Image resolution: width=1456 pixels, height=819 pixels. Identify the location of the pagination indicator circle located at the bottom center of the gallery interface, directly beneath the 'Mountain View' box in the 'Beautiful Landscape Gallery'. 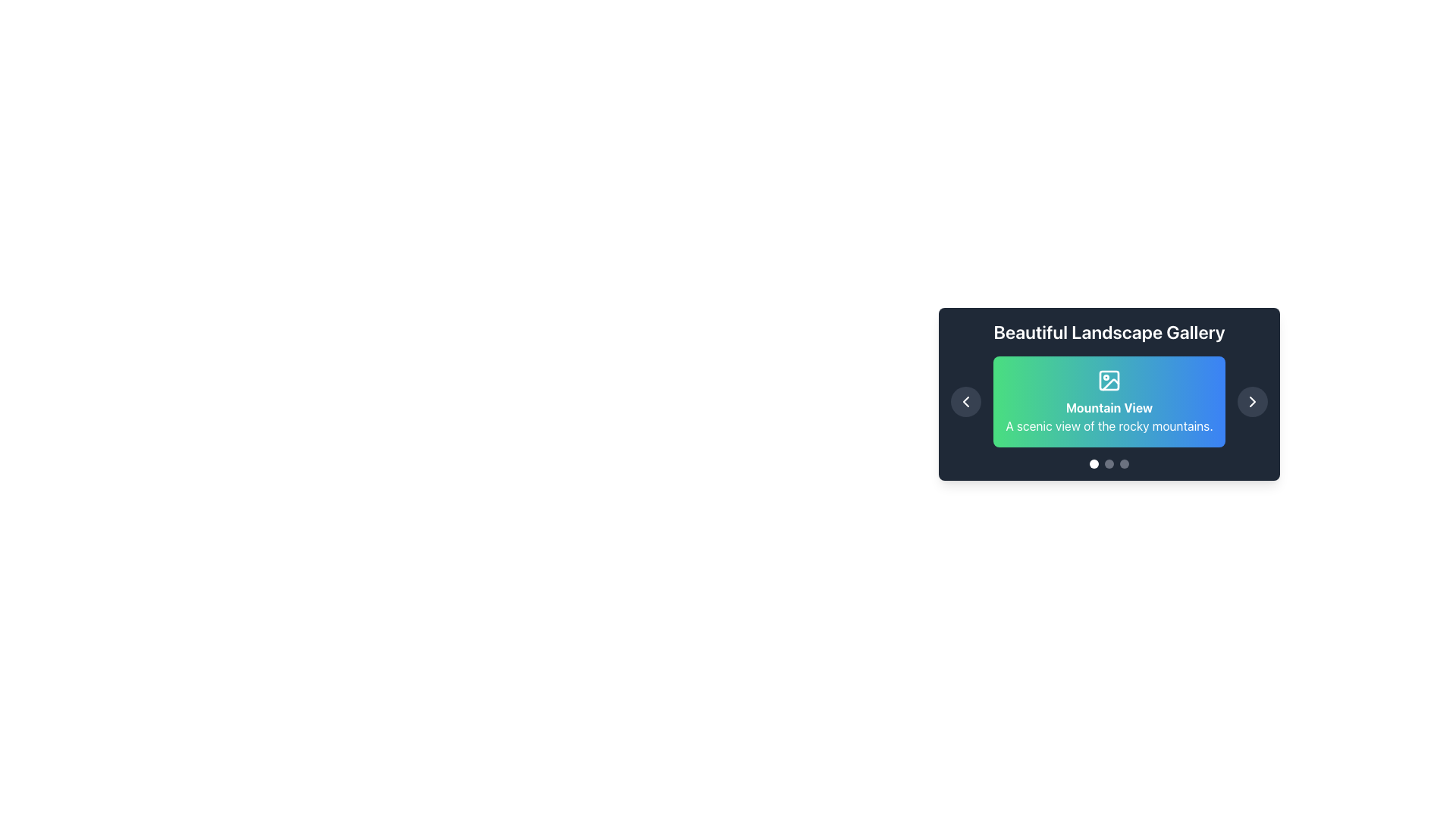
(1109, 463).